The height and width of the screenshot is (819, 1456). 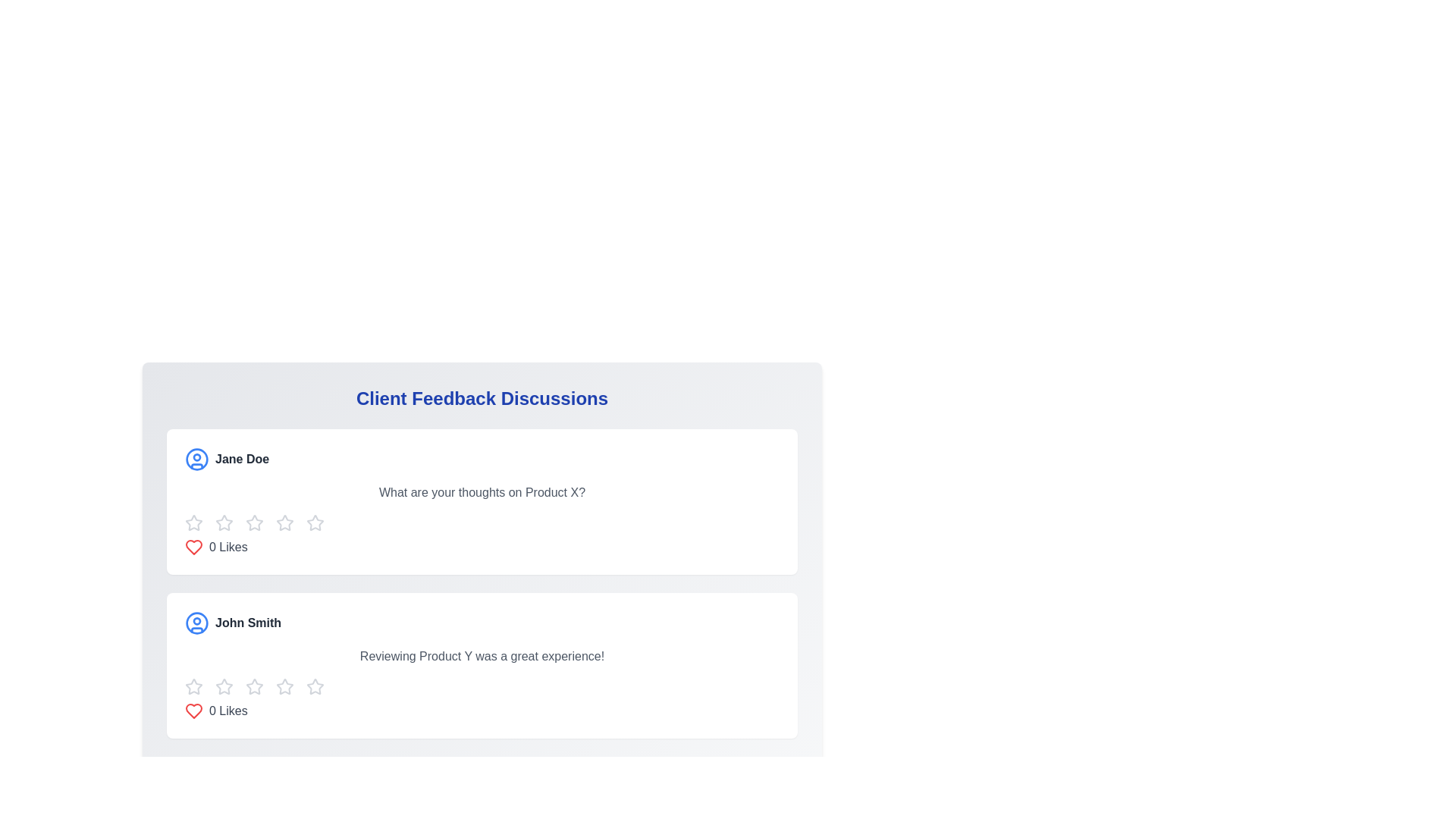 I want to click on the interactive star icons of the rating bar located in the card dedicated to 'John Smith', so click(x=481, y=687).